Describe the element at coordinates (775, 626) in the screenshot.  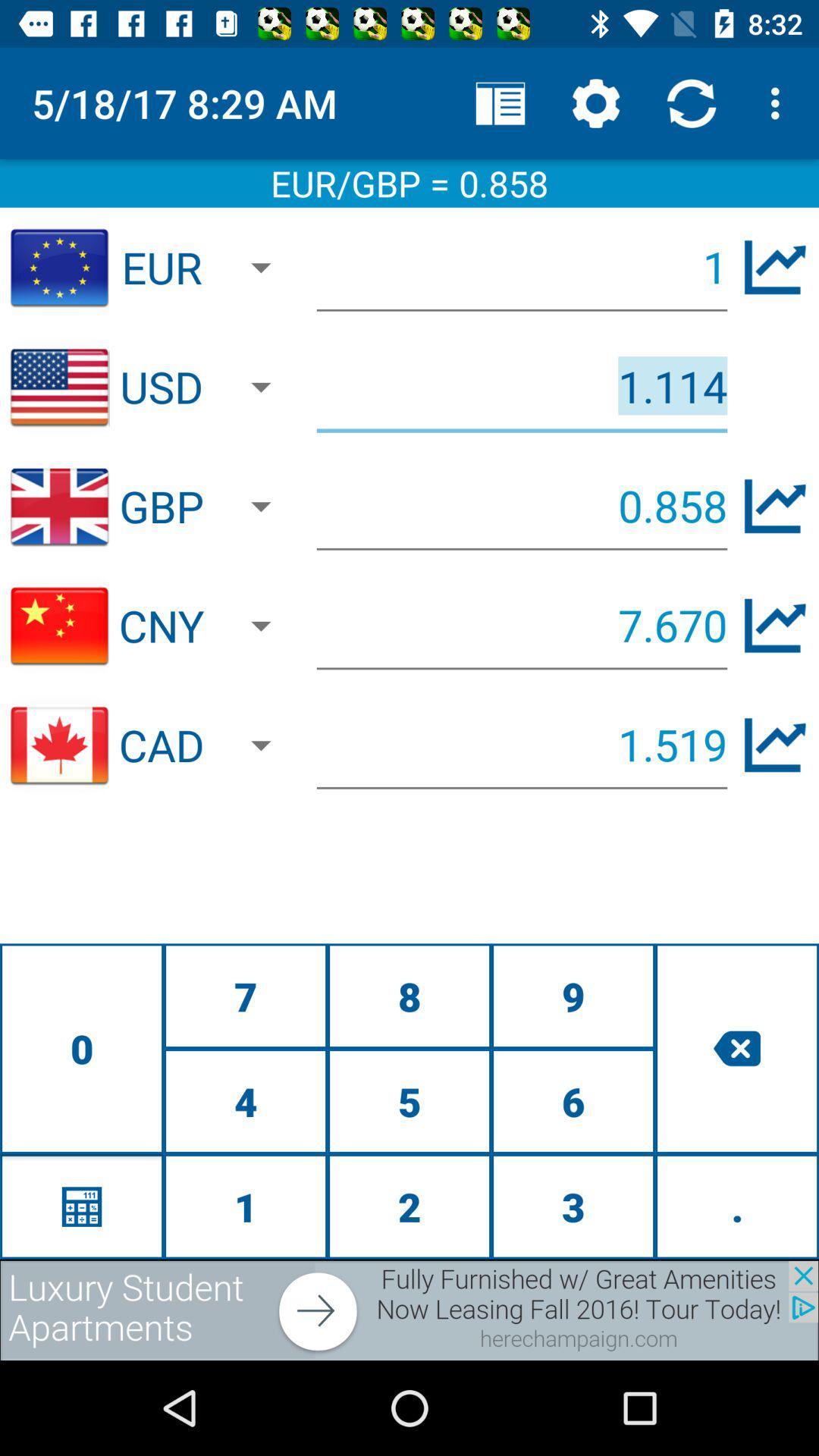
I see `chart` at that location.